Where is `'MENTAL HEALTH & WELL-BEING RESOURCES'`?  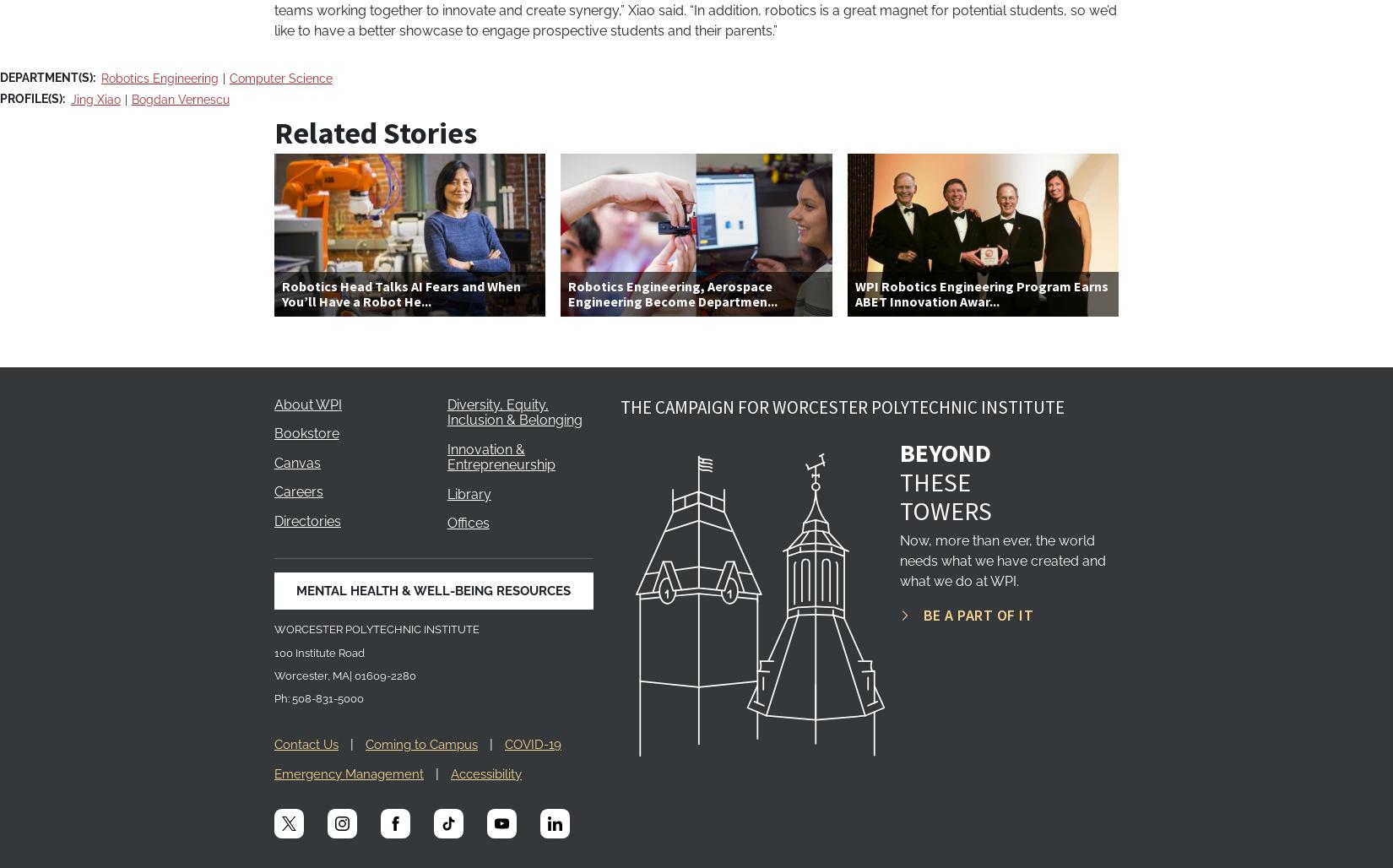
'MENTAL HEALTH & WELL-BEING RESOURCES' is located at coordinates (432, 590).